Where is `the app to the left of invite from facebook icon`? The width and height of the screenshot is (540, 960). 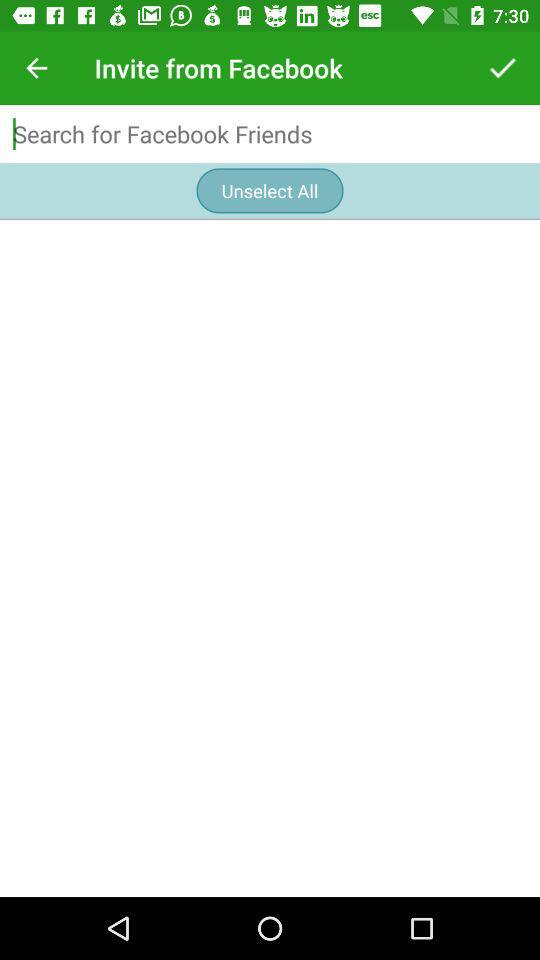 the app to the left of invite from facebook icon is located at coordinates (36, 68).